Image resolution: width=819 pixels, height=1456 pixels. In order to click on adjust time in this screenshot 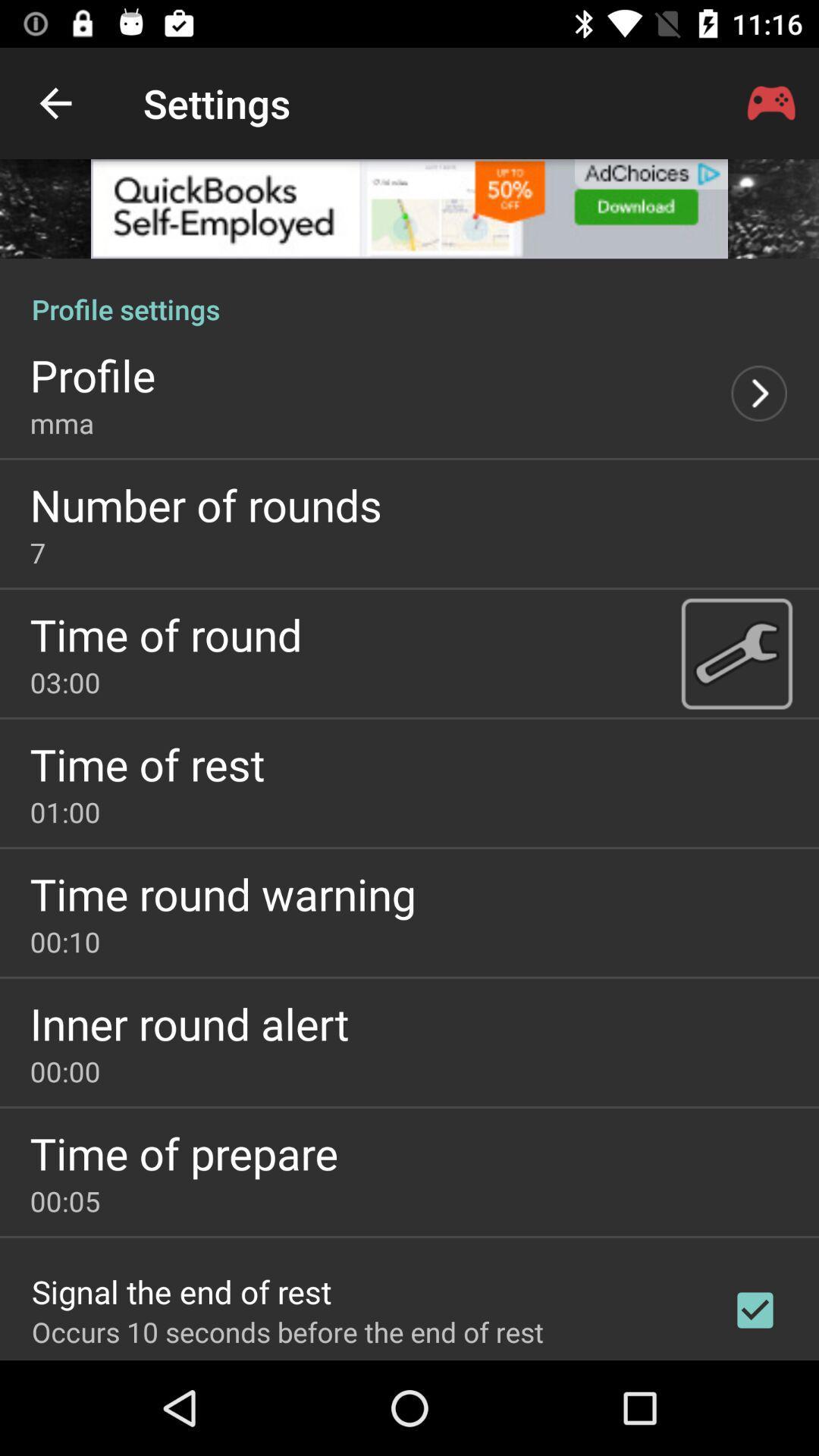, I will do `click(736, 653)`.